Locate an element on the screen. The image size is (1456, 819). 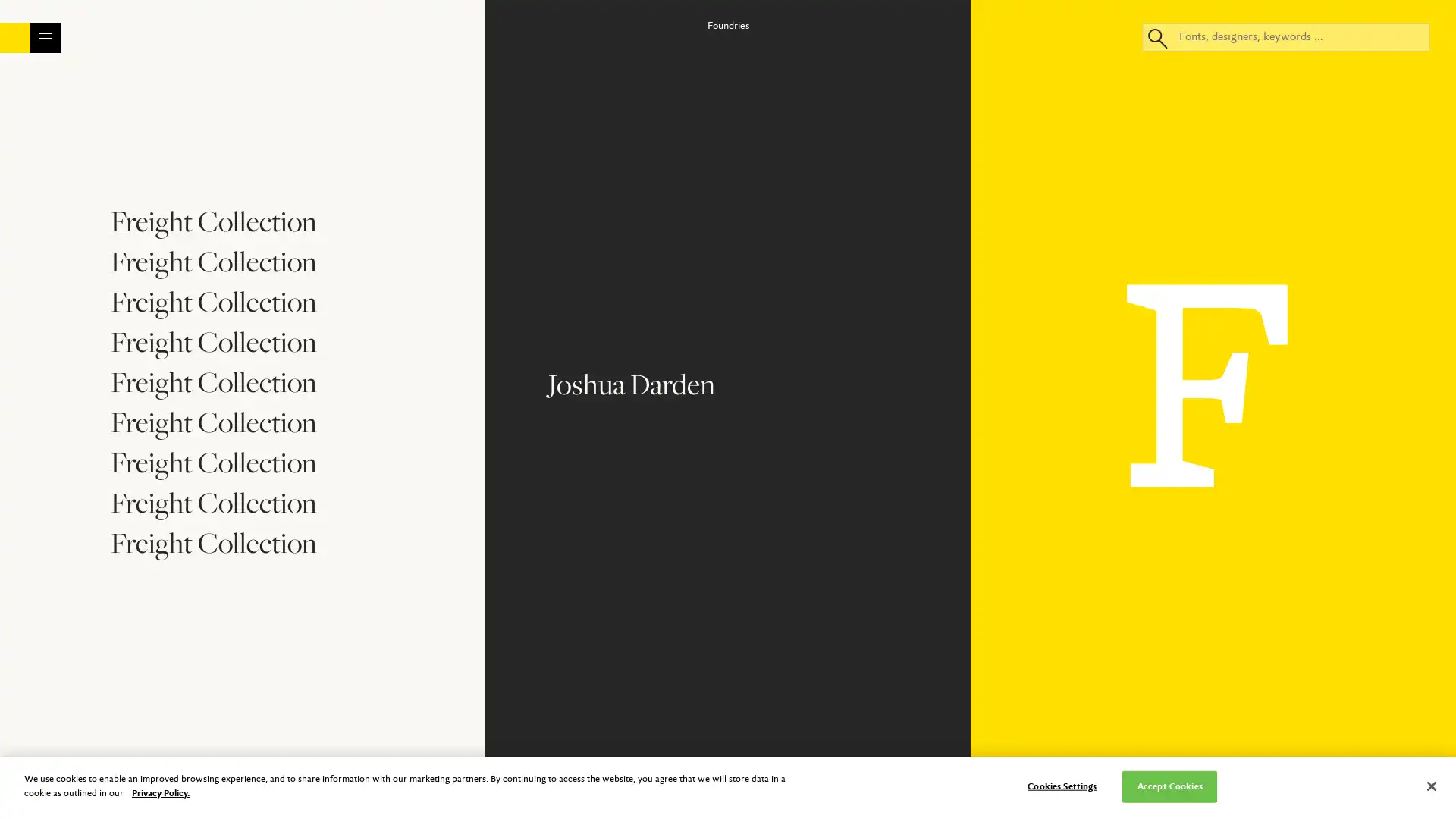
Cookies Settings is located at coordinates (1061, 786).